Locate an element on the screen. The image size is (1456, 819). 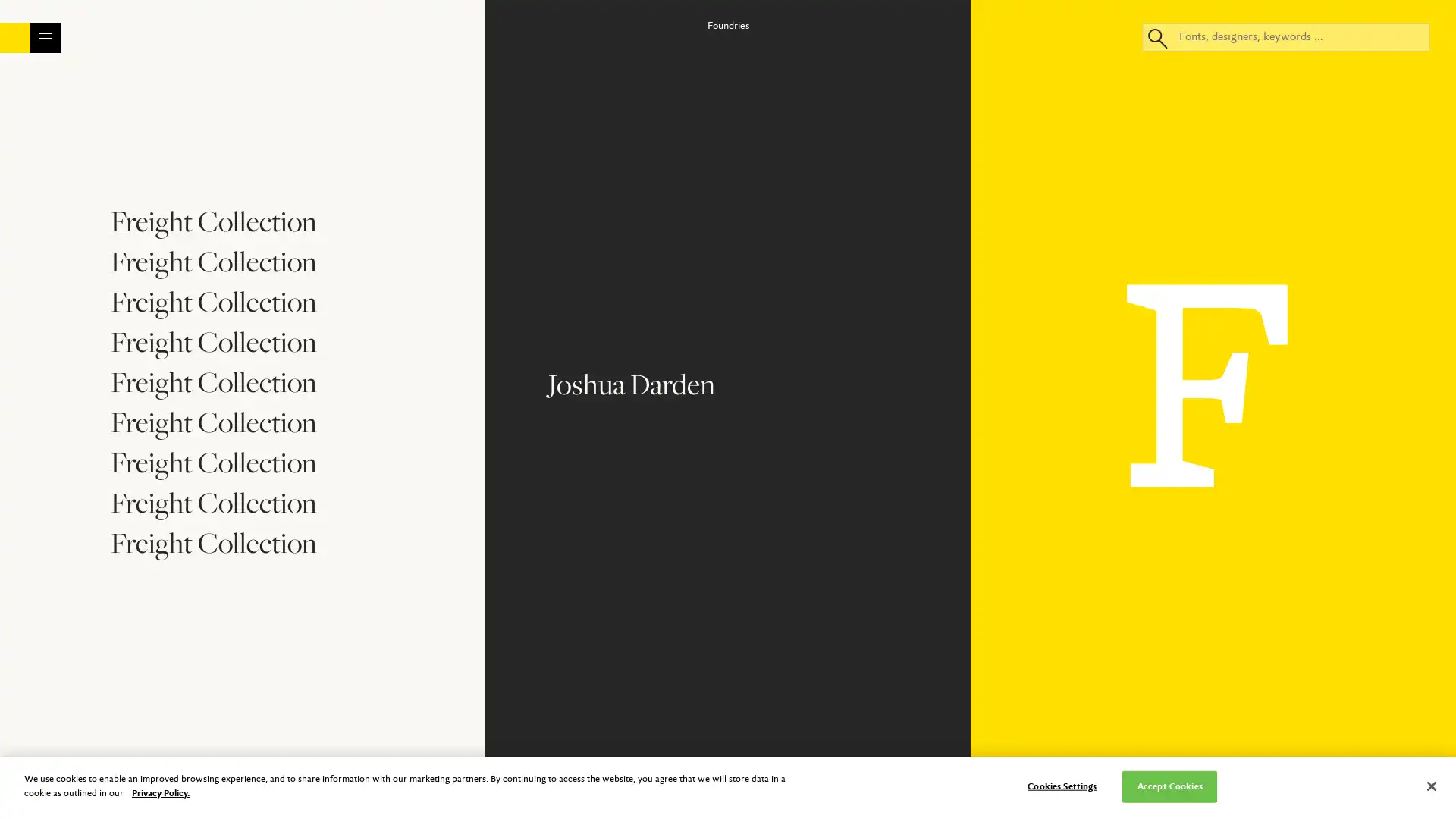
Cookies Settings is located at coordinates (1061, 786).